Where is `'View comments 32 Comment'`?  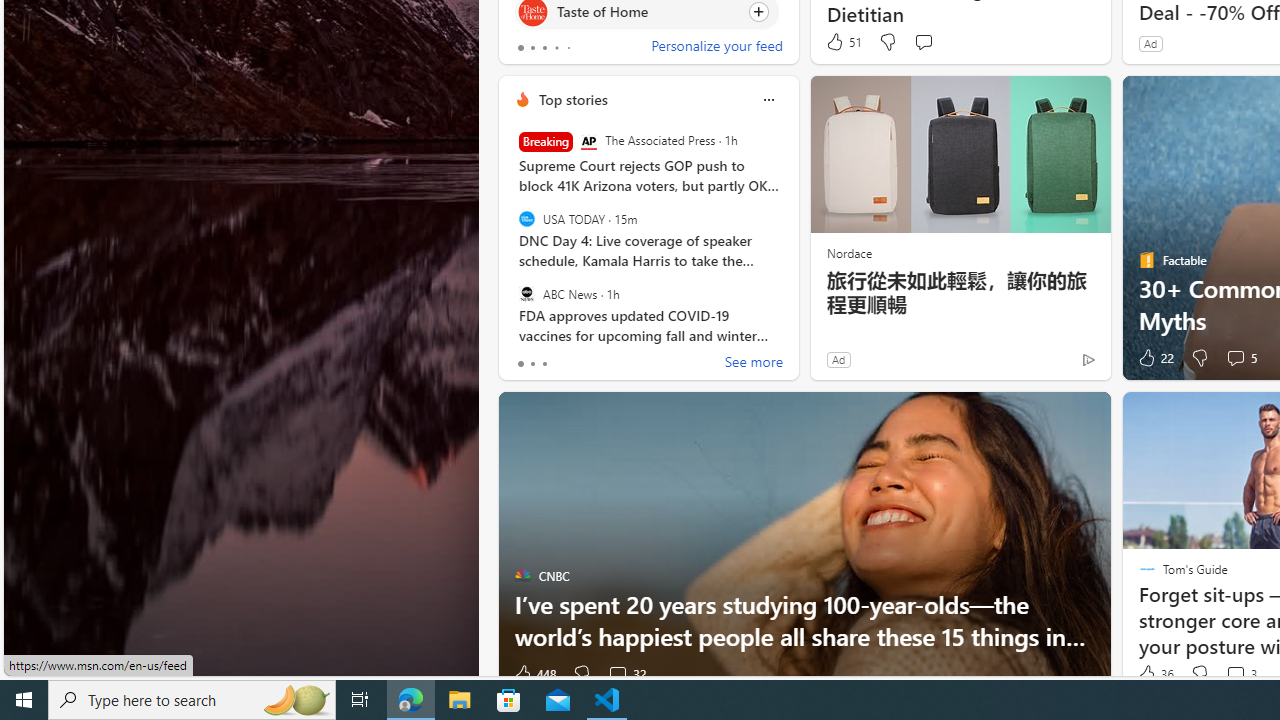 'View comments 32 Comment' is located at coordinates (616, 673).